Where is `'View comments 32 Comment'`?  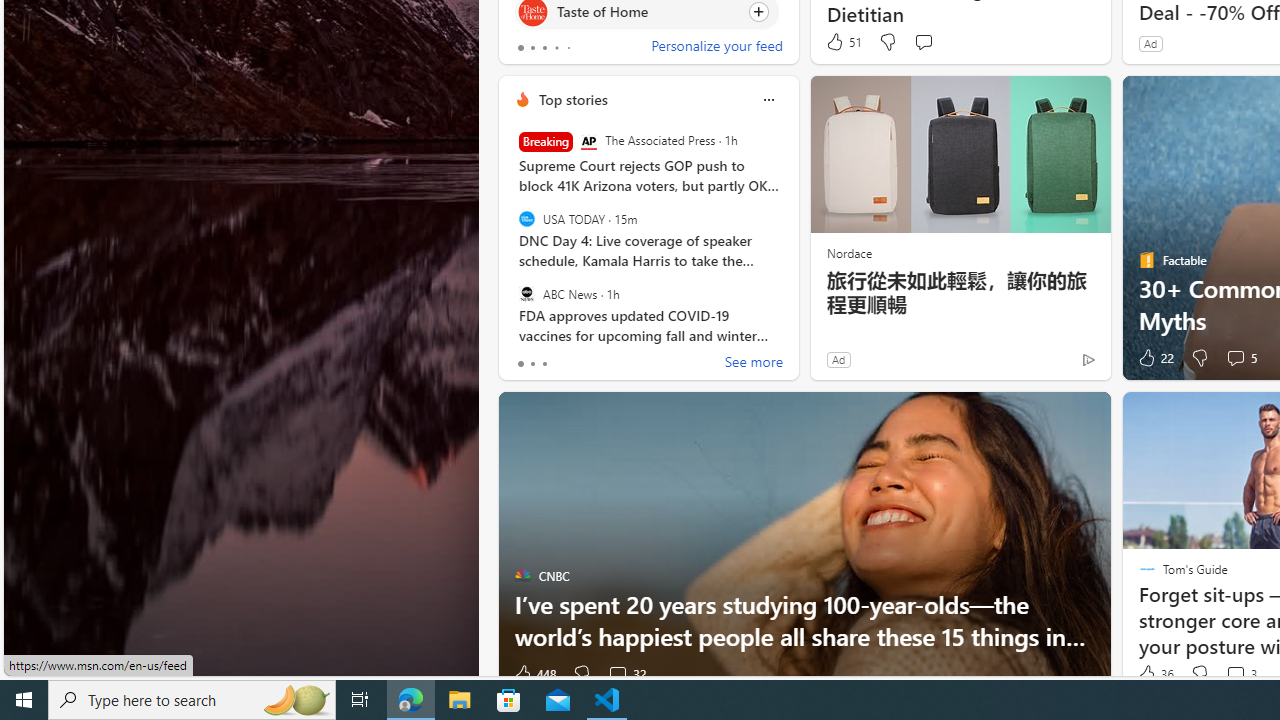 'View comments 32 Comment' is located at coordinates (616, 673).